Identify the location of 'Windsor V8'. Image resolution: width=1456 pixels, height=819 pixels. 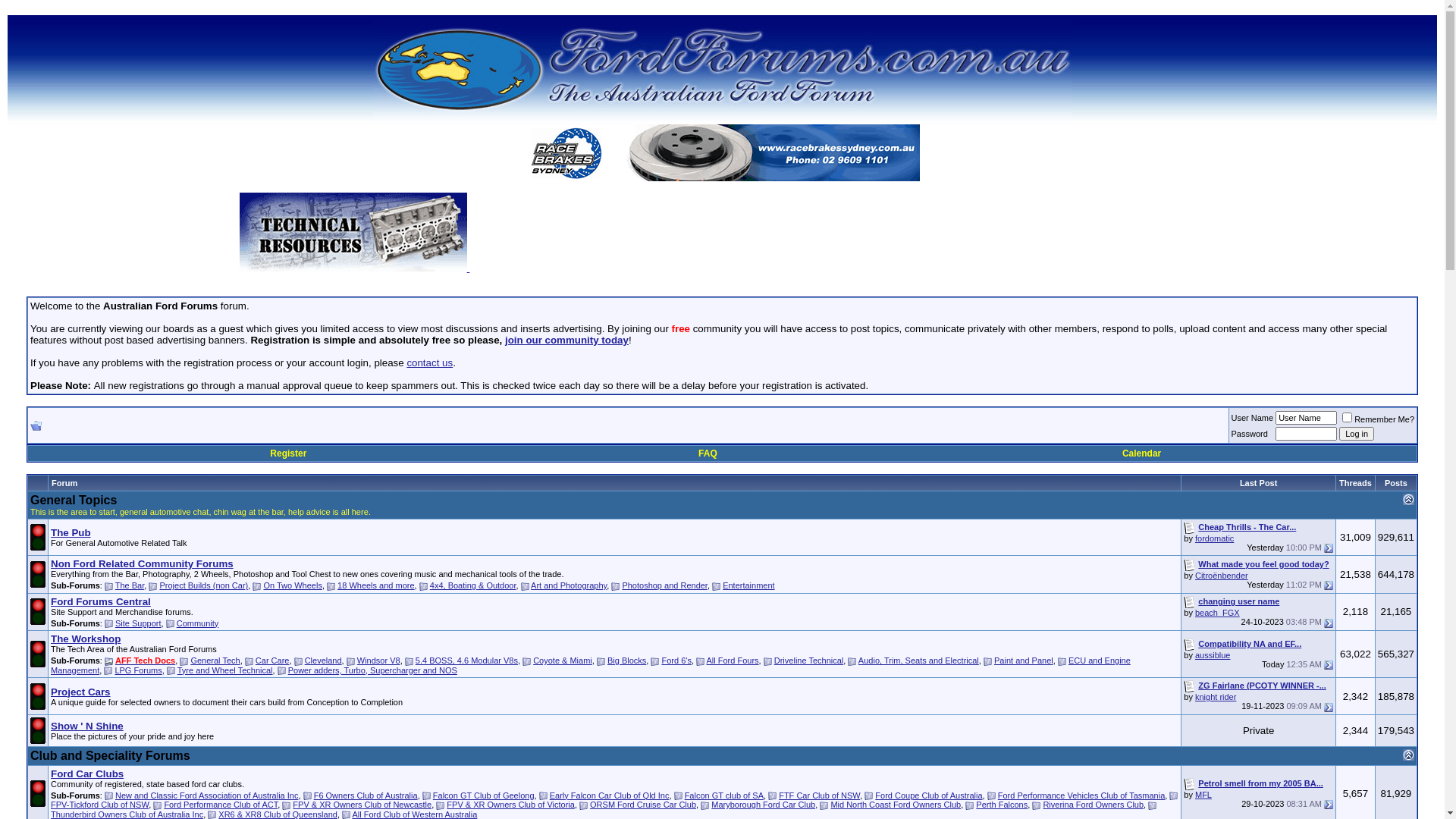
(378, 660).